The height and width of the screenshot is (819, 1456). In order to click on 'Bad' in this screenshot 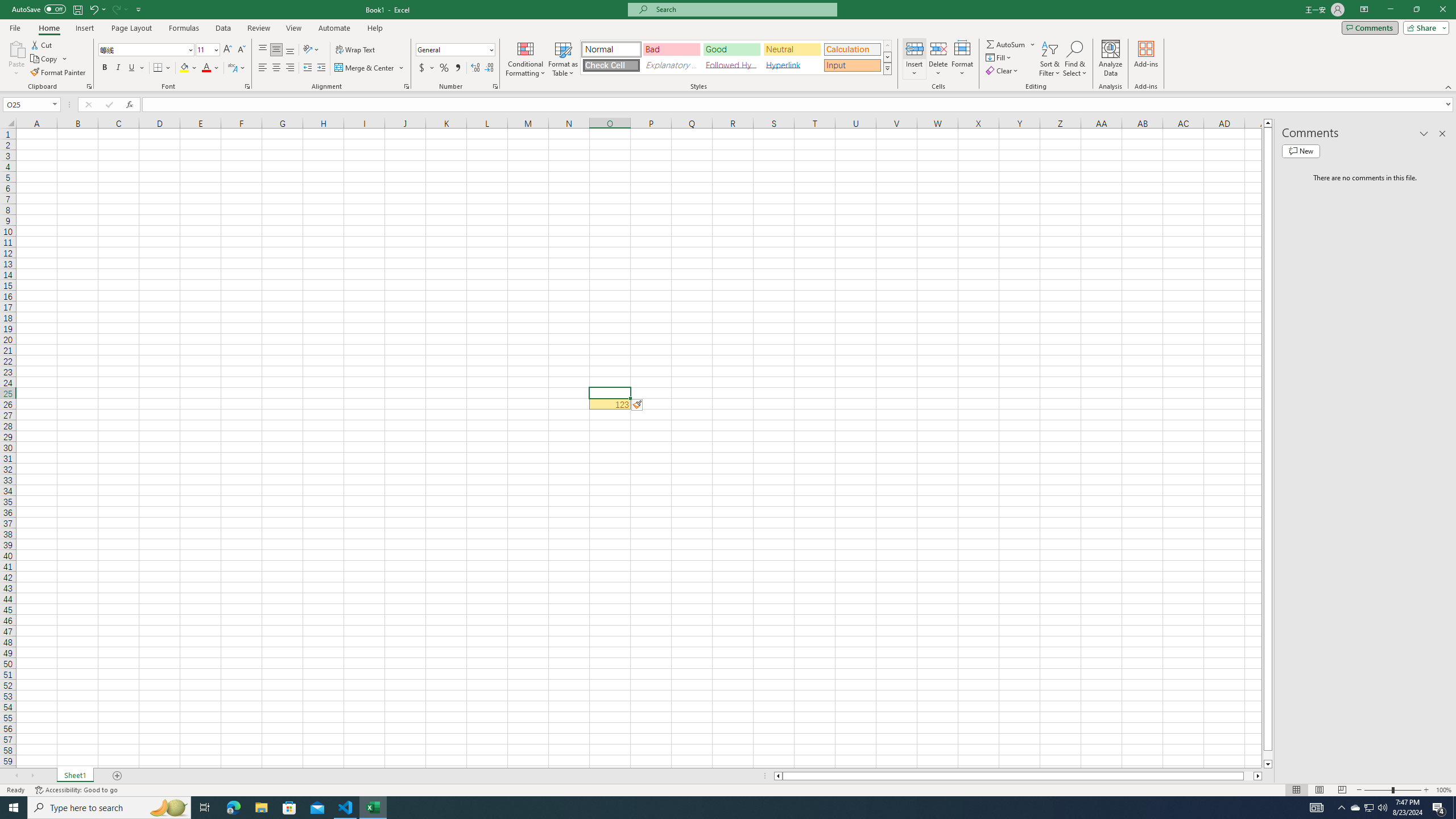, I will do `click(672, 49)`.